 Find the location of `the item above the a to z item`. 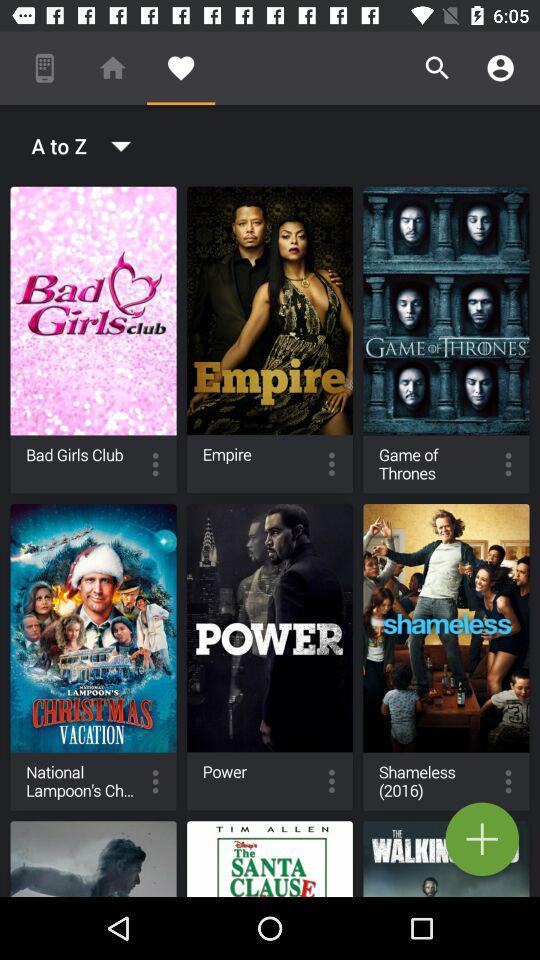

the item above the a to z item is located at coordinates (181, 68).